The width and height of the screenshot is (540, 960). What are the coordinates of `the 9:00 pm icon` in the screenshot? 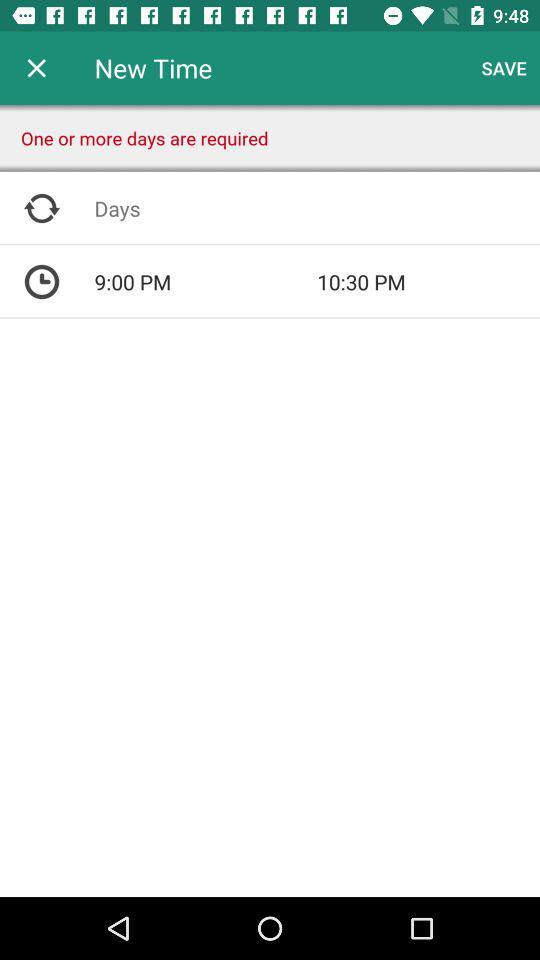 It's located at (204, 281).